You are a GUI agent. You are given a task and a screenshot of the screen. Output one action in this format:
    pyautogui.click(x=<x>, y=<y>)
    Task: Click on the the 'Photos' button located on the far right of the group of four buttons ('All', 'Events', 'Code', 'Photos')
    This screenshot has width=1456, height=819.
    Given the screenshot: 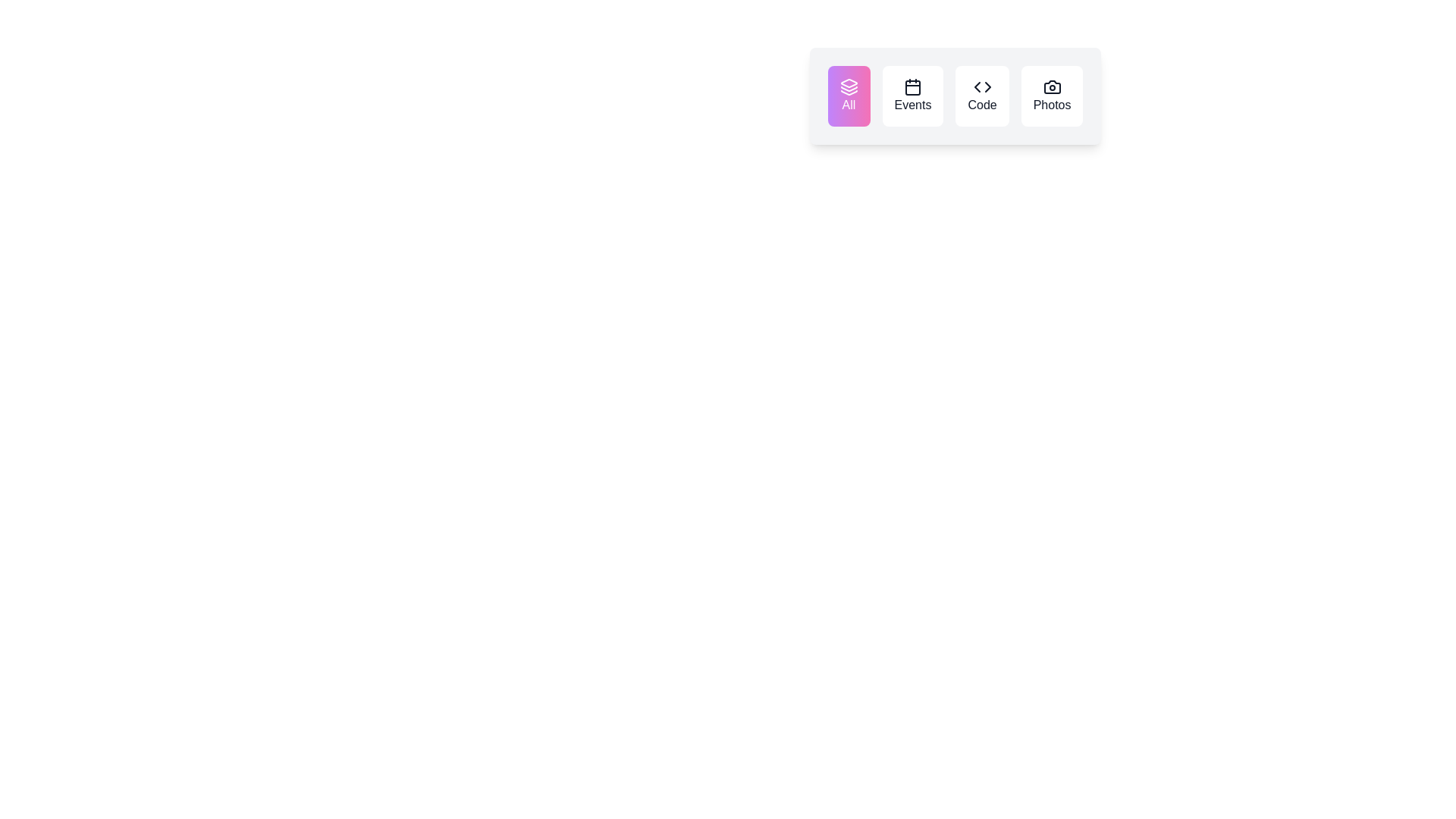 What is the action you would take?
    pyautogui.click(x=1051, y=96)
    